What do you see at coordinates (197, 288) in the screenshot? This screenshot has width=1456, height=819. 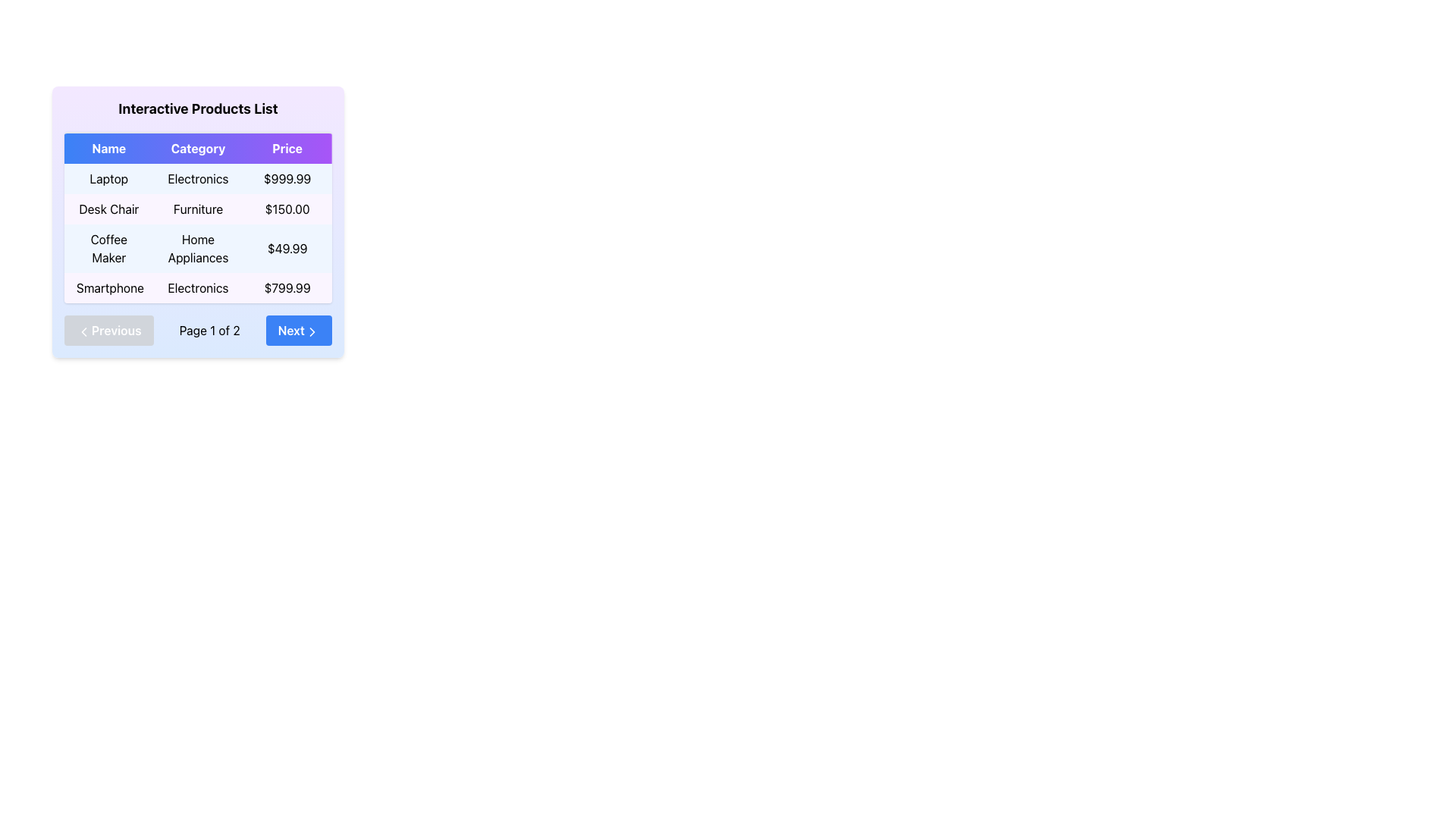 I see `the 'Electronics' text label, which is bold and black, located in the second column of the row labeled 'Smartphone' in the fourth row of the table` at bounding box center [197, 288].